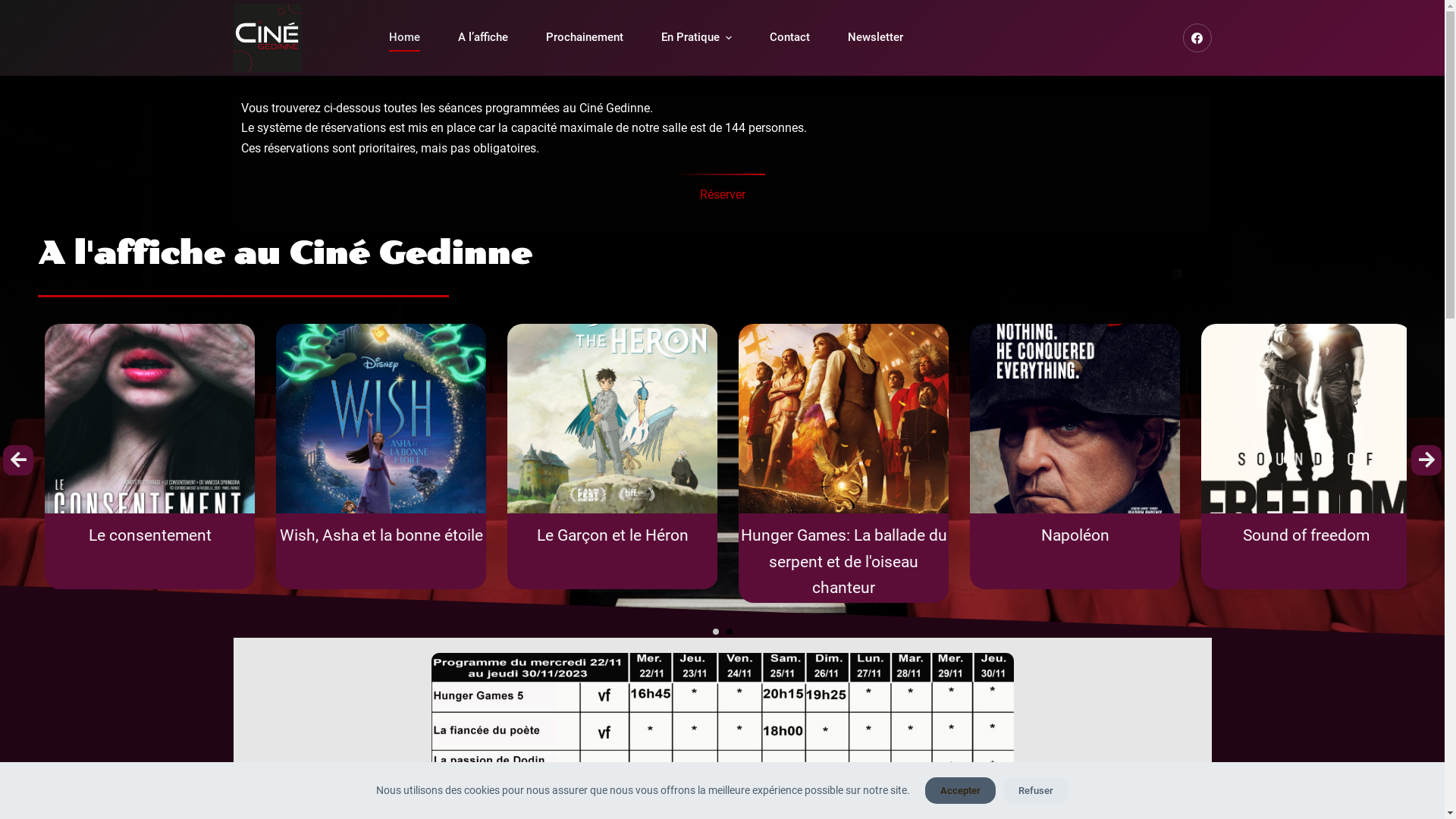 The width and height of the screenshot is (1456, 819). What do you see at coordinates (582, 36) in the screenshot?
I see `'Prochainement'` at bounding box center [582, 36].